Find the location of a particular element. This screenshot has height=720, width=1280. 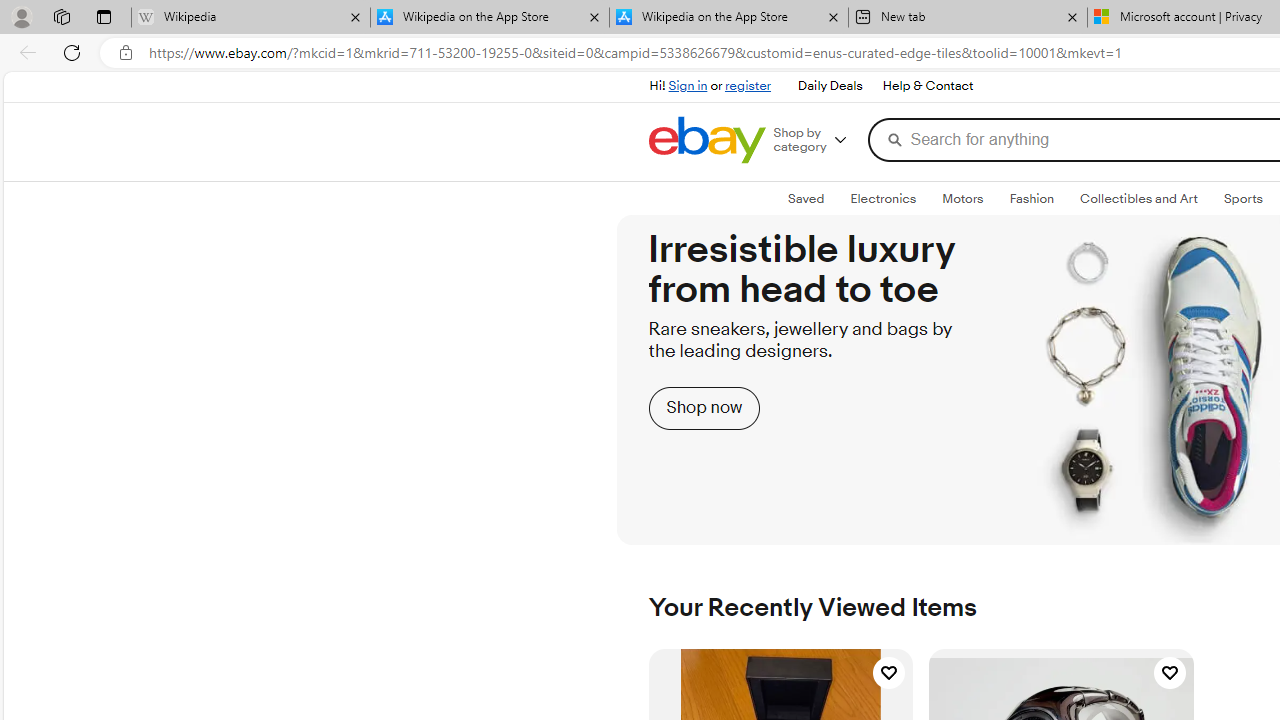

'Daily Deals' is located at coordinates (829, 85).